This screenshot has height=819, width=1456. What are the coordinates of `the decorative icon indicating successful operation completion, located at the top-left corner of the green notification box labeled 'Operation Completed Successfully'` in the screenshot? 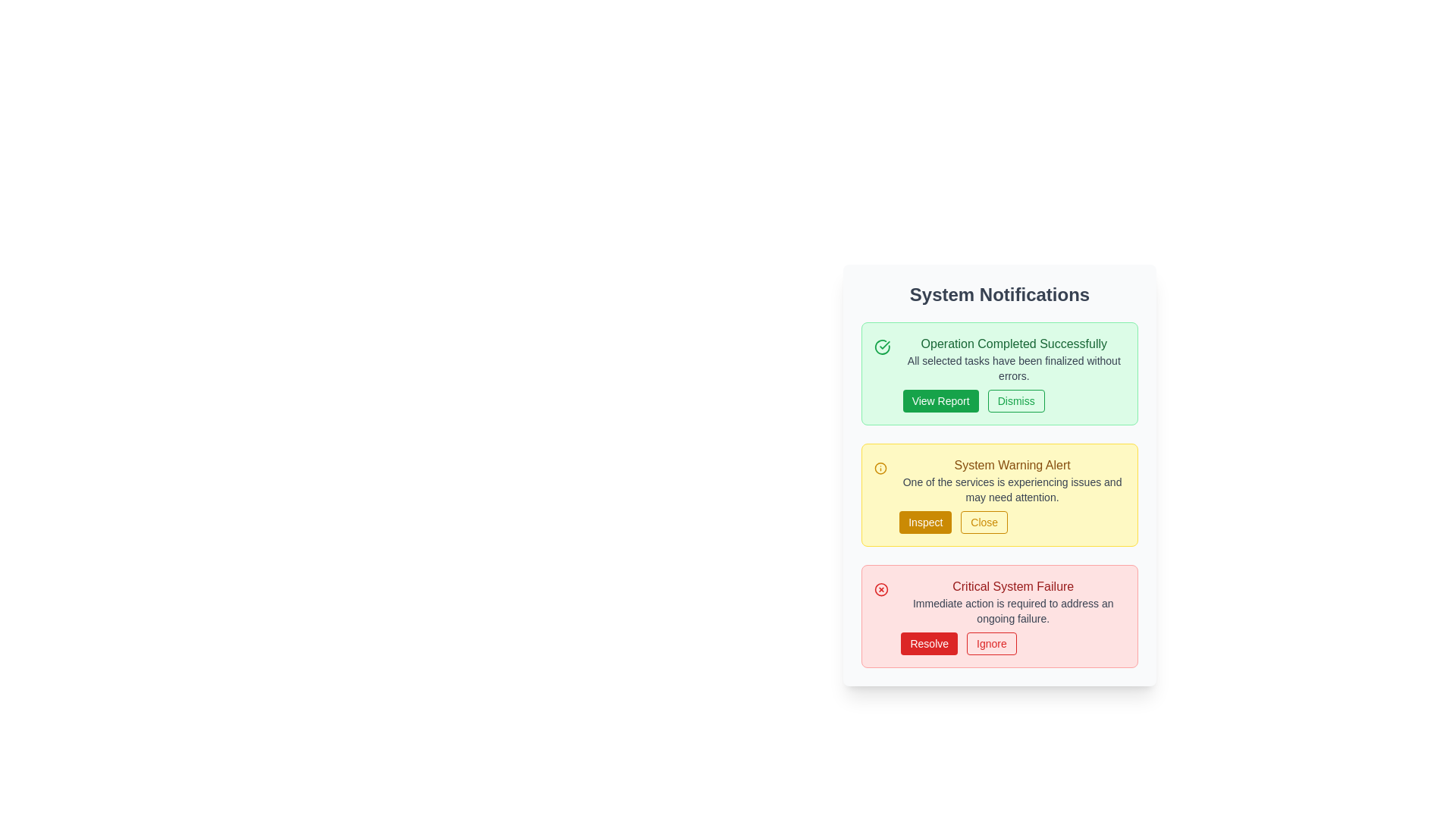 It's located at (882, 347).